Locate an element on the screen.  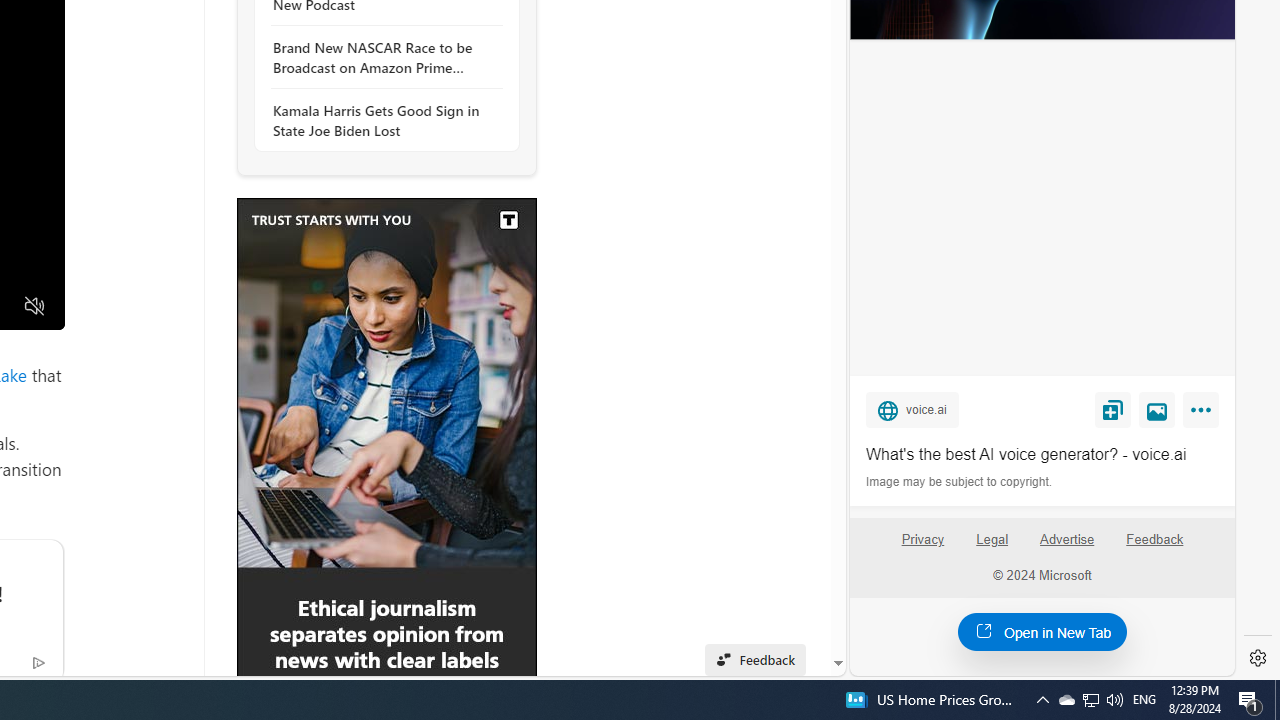
'Open in New Tab' is located at coordinates (1041, 631).